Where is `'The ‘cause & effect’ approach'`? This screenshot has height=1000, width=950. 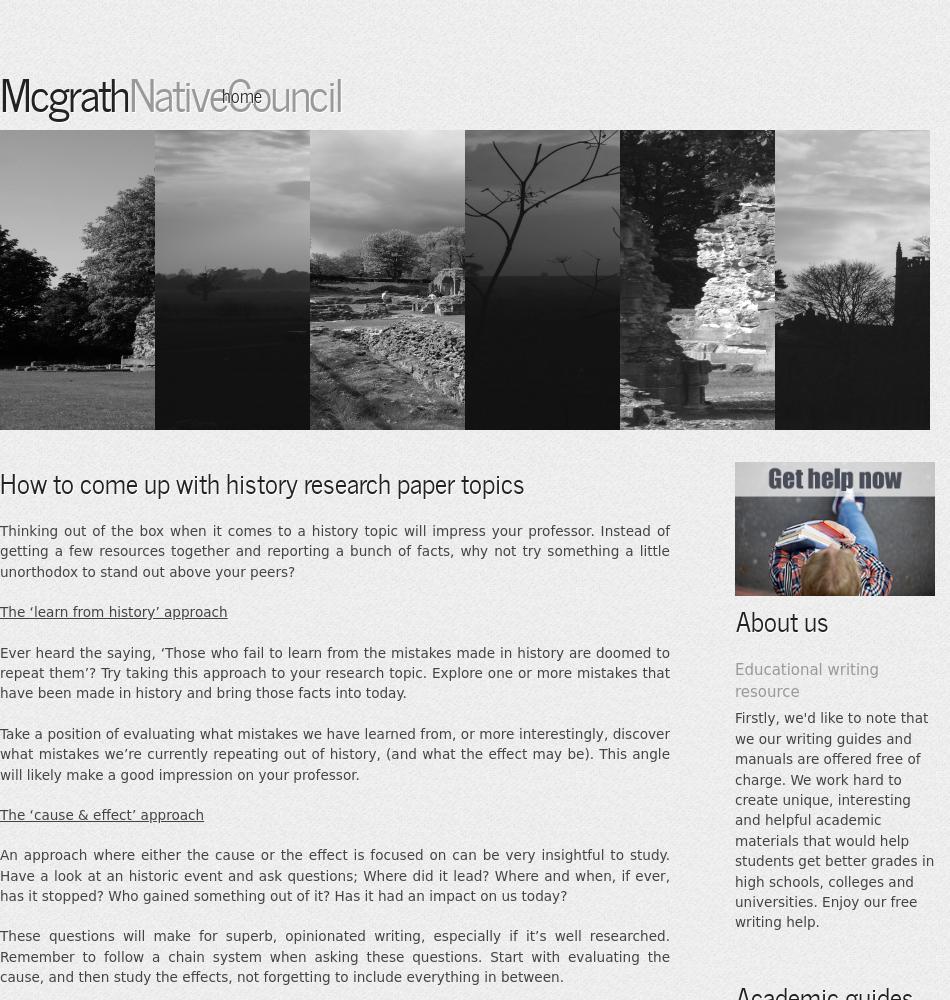 'The ‘cause & effect’ approach' is located at coordinates (0, 813).